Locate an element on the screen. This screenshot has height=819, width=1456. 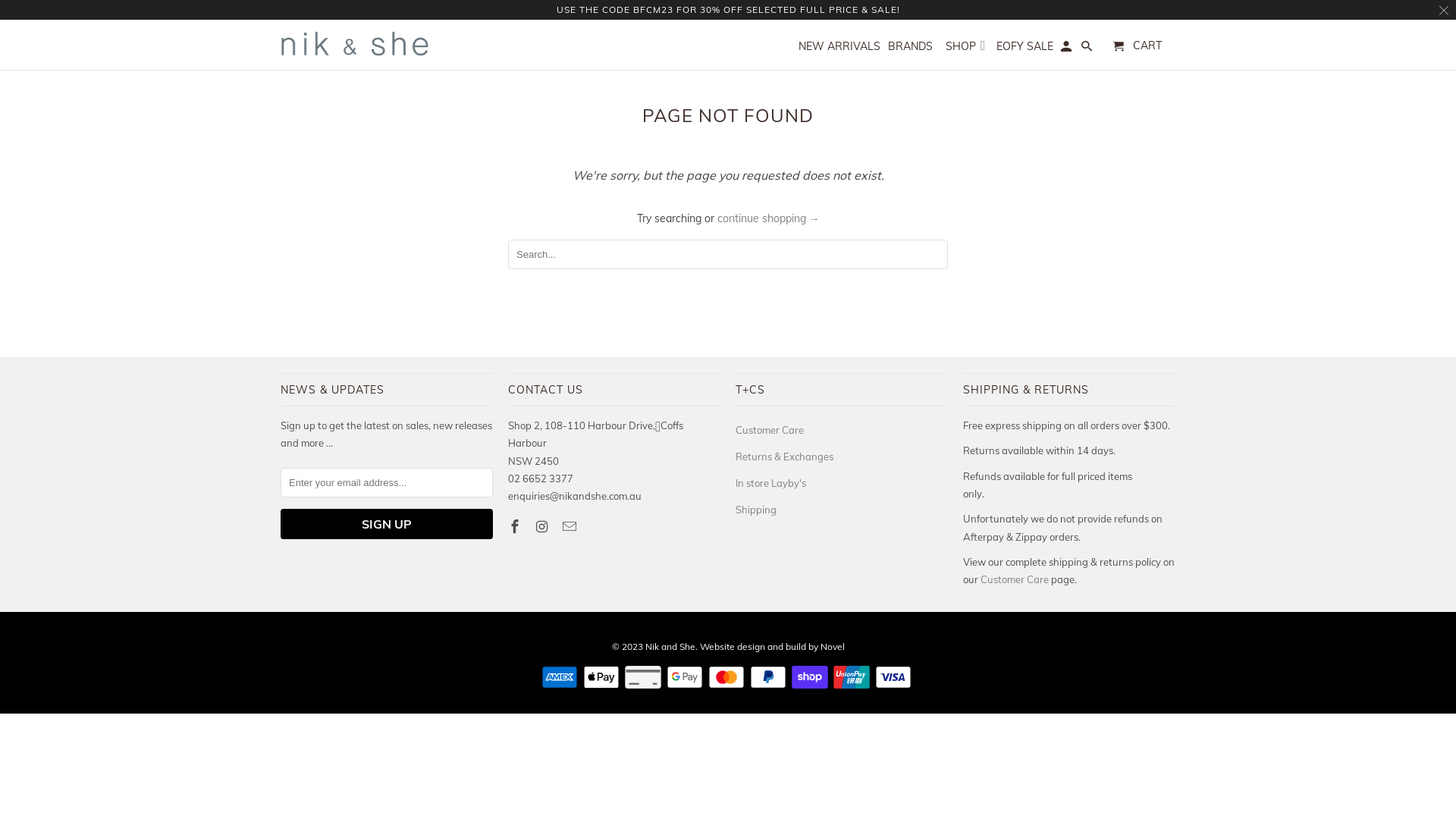
'EOFY SALE' is located at coordinates (1025, 49).